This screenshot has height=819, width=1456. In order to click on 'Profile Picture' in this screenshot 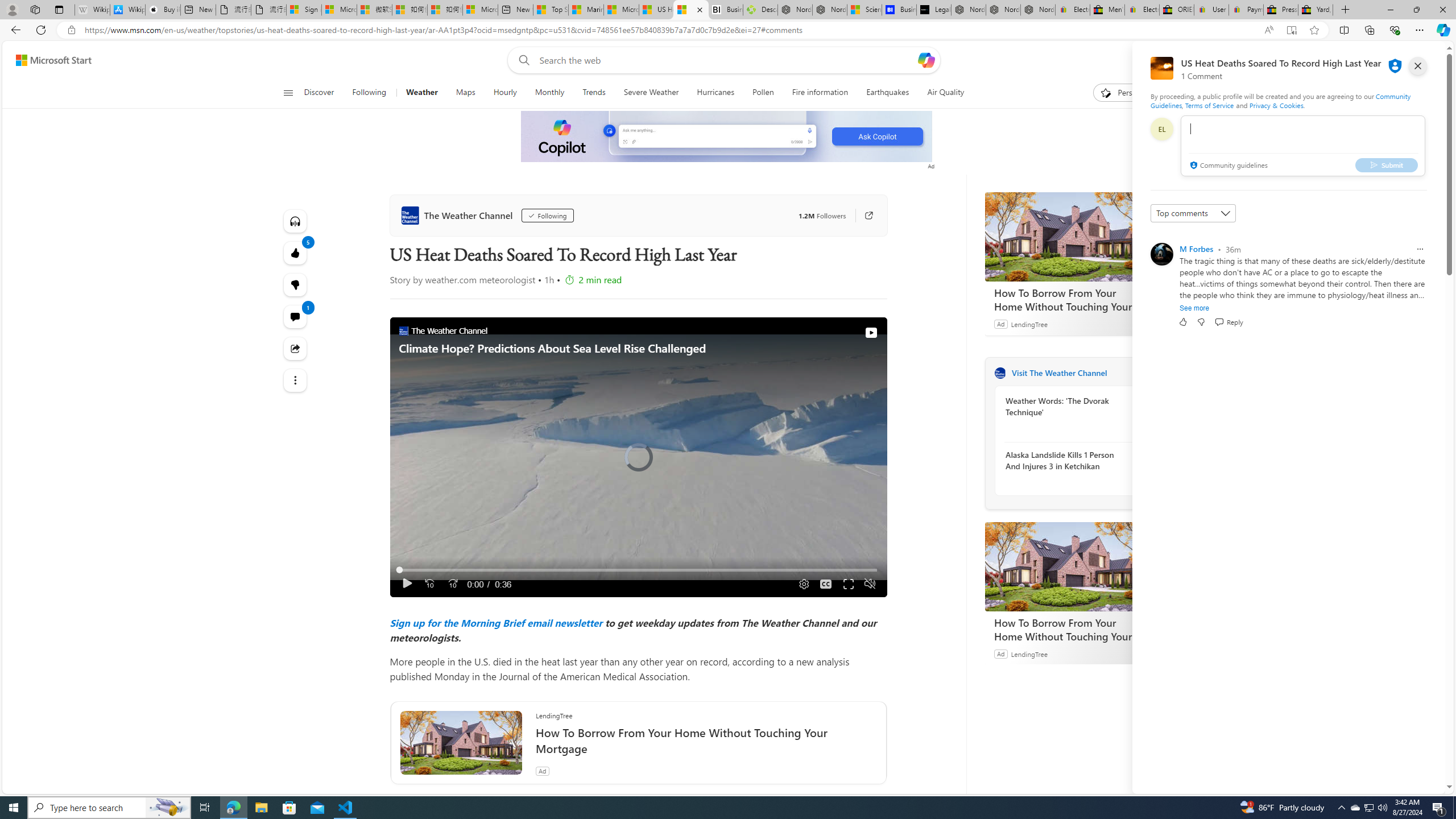, I will do `click(1161, 254)`.